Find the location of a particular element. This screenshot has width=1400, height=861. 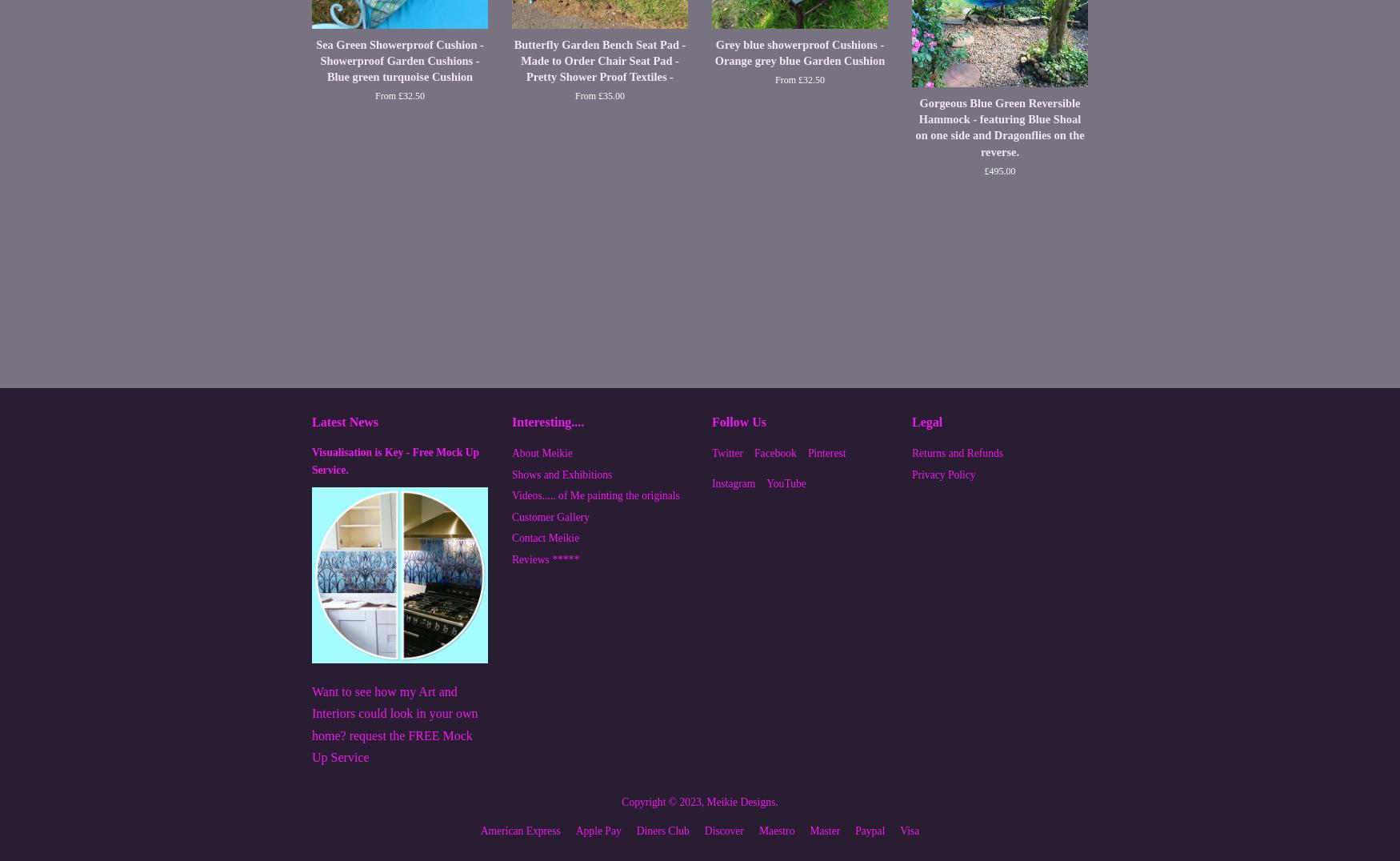

'master' is located at coordinates (823, 831).